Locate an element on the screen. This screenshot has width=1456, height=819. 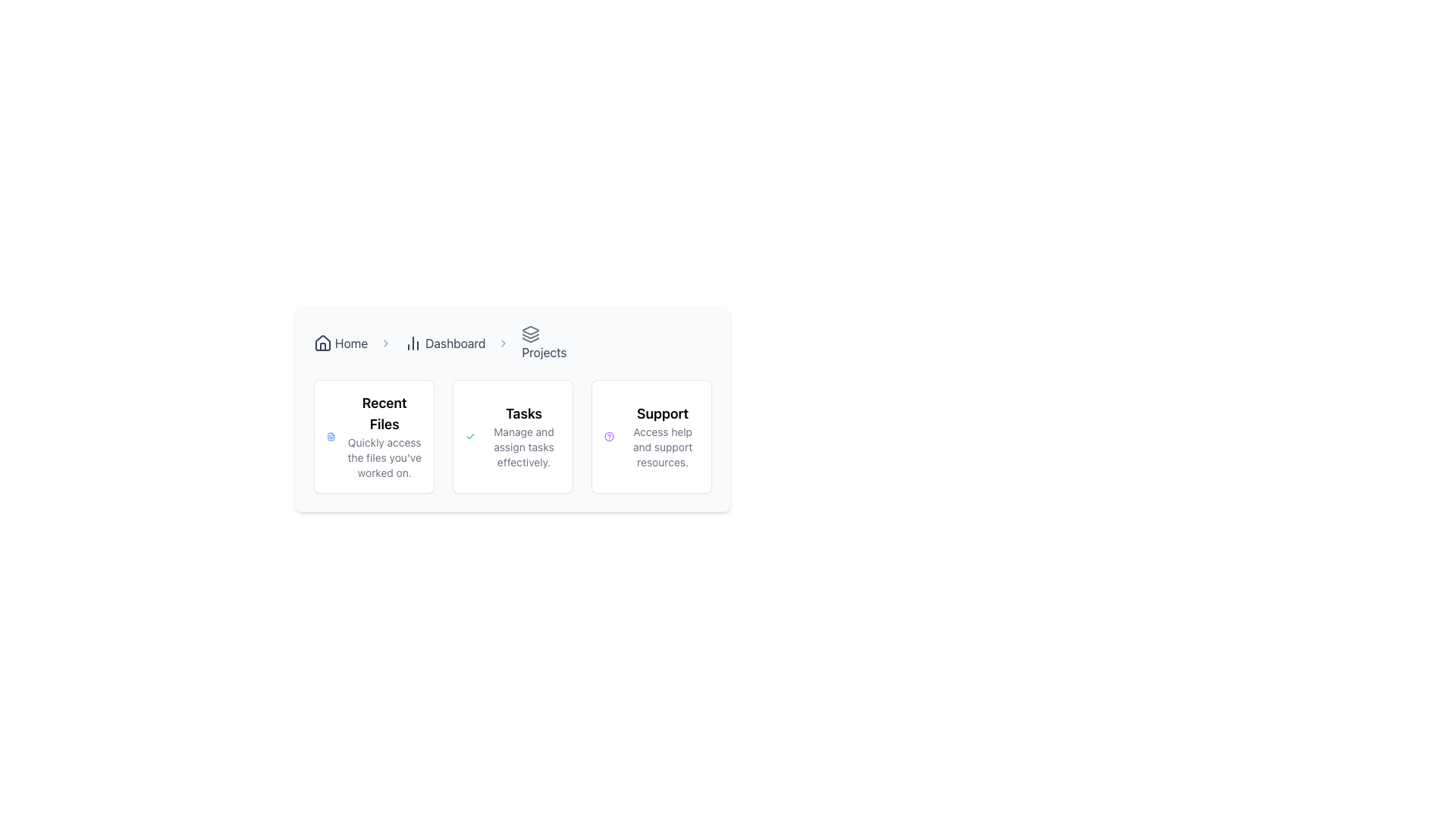
the 'Home' breadcrumb navigation link, which features a house-shaped icon followed by the text 'Home', located at the top-left corner of the interface is located at coordinates (340, 343).